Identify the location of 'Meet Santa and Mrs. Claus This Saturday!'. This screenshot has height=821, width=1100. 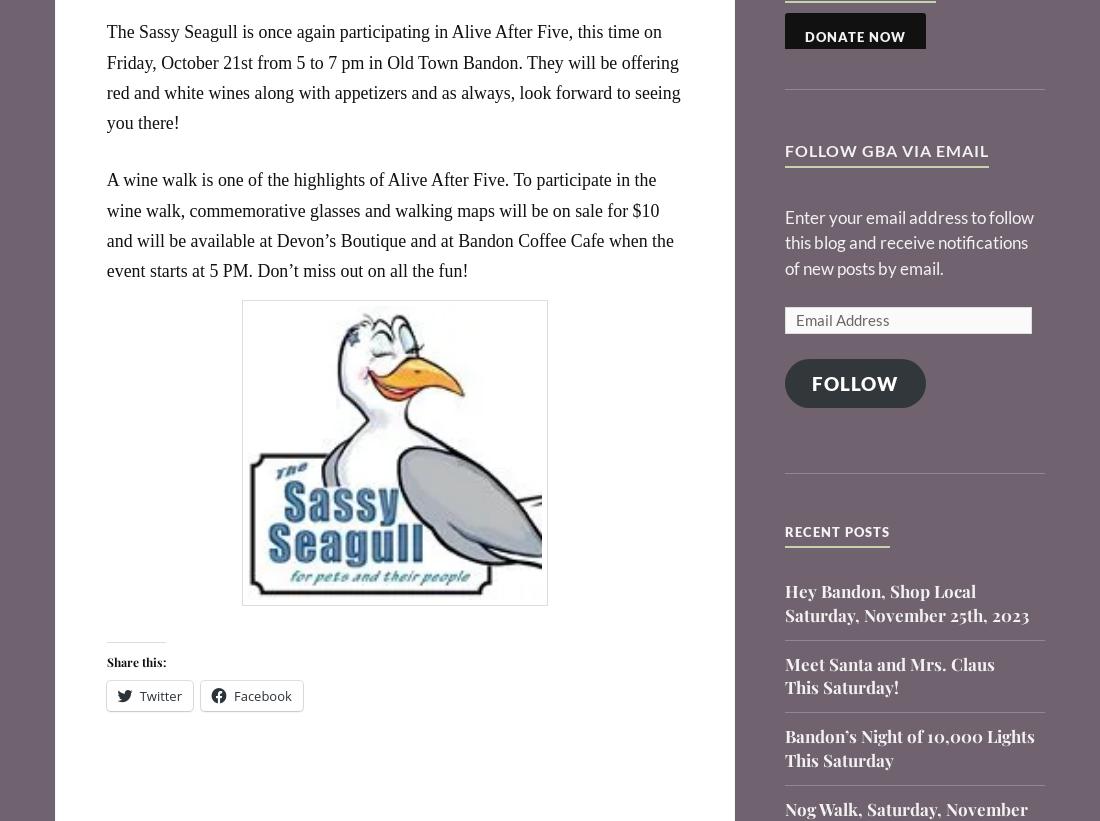
(888, 674).